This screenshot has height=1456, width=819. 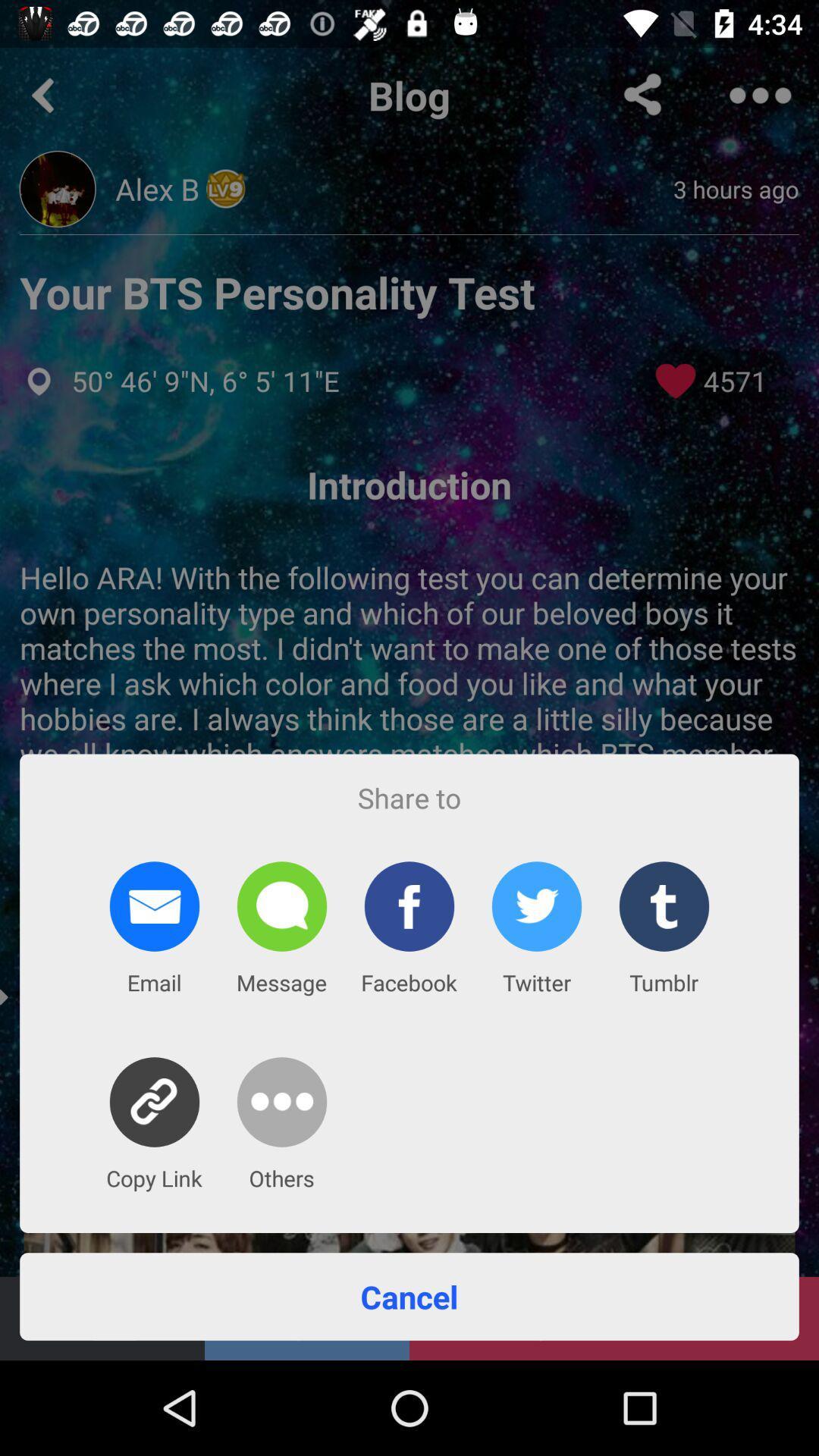 What do you see at coordinates (281, 1102) in the screenshot?
I see `the symbol which is immediately above others` at bounding box center [281, 1102].